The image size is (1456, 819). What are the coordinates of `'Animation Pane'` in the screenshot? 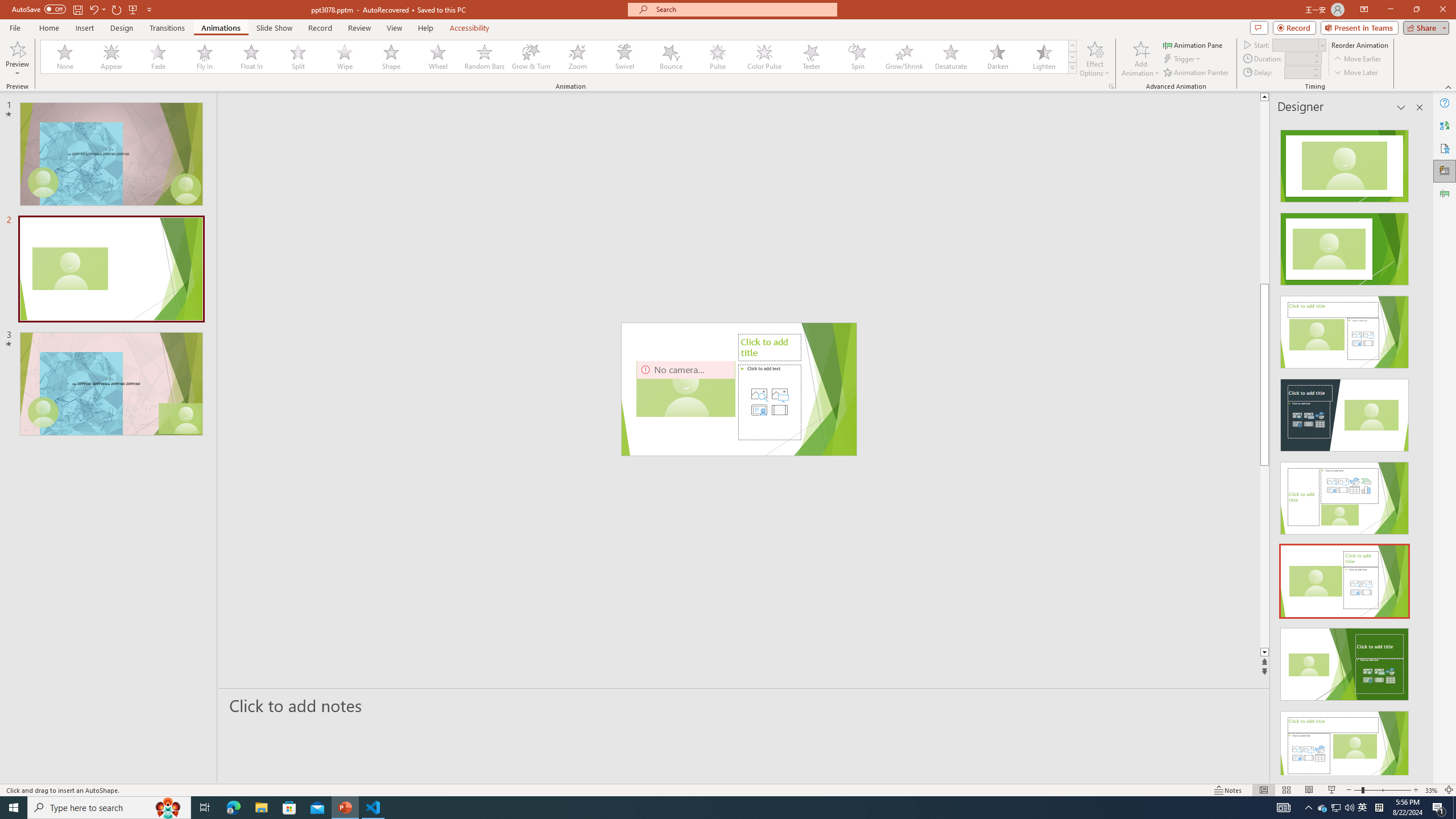 It's located at (1194, 44).